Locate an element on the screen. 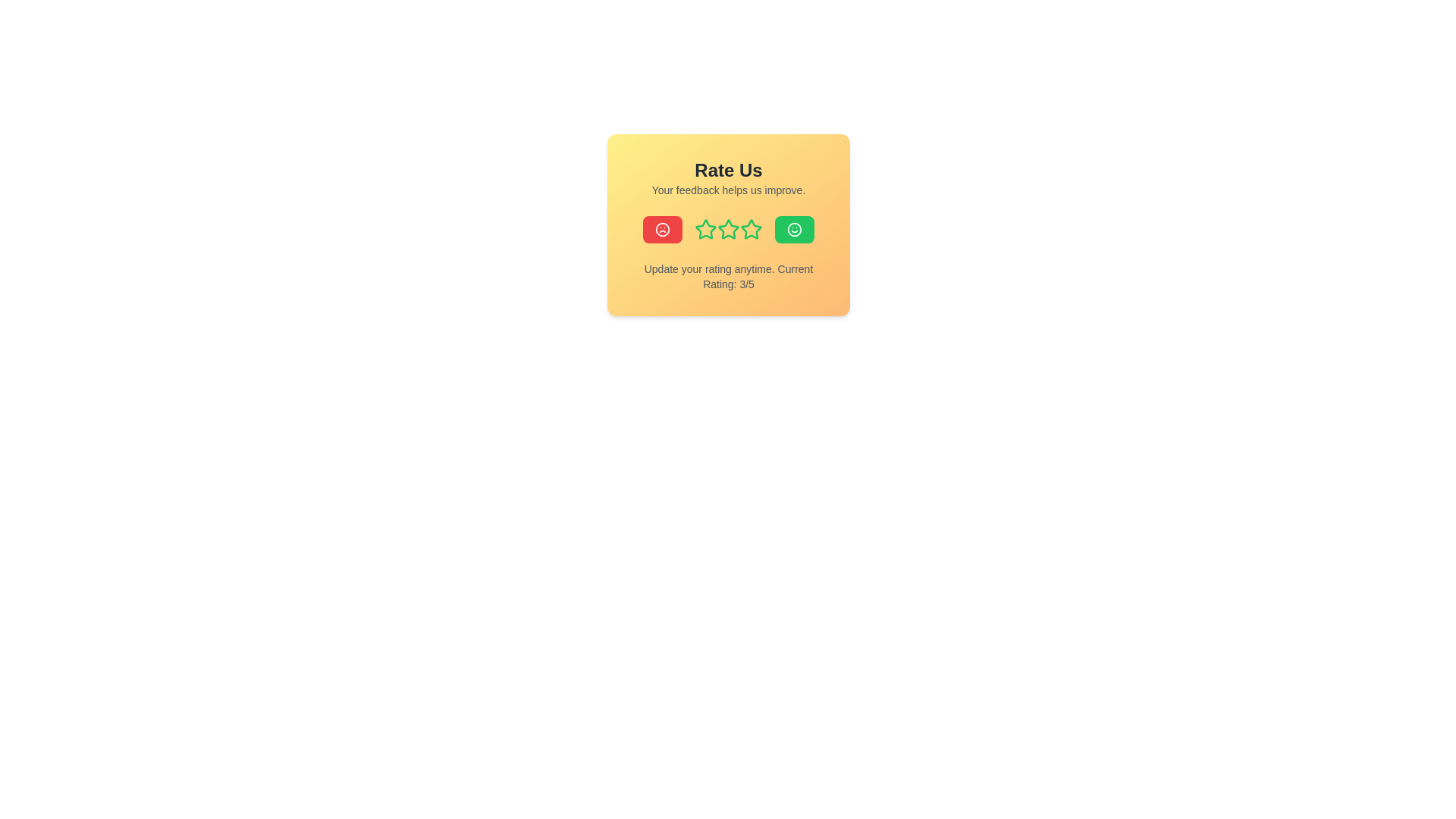  the green-colored star icon, which is the second star in a horizontal sequence of five stars is located at coordinates (705, 230).